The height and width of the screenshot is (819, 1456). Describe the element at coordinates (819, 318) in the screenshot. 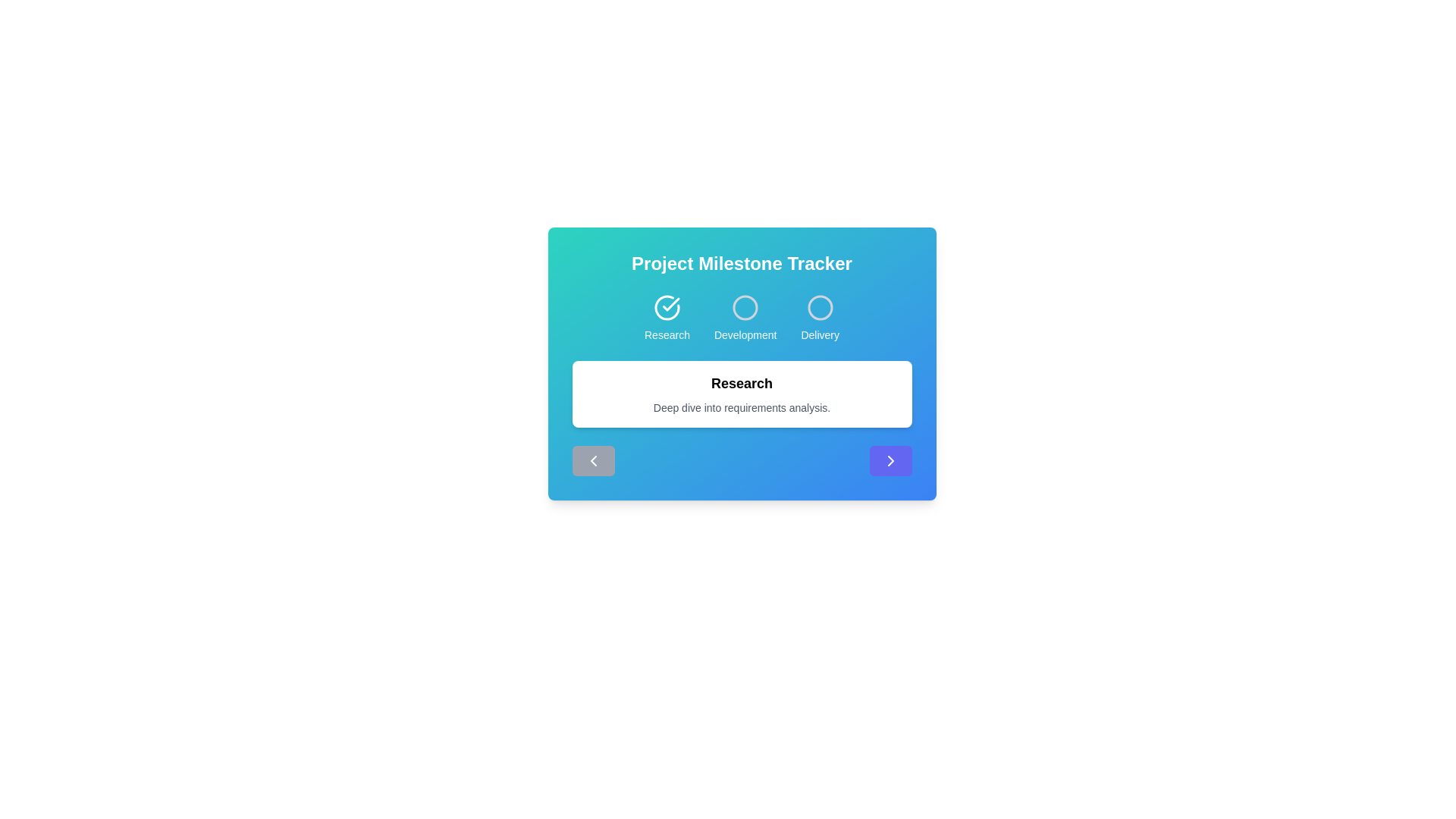

I see `the circle of the third step indicator` at that location.